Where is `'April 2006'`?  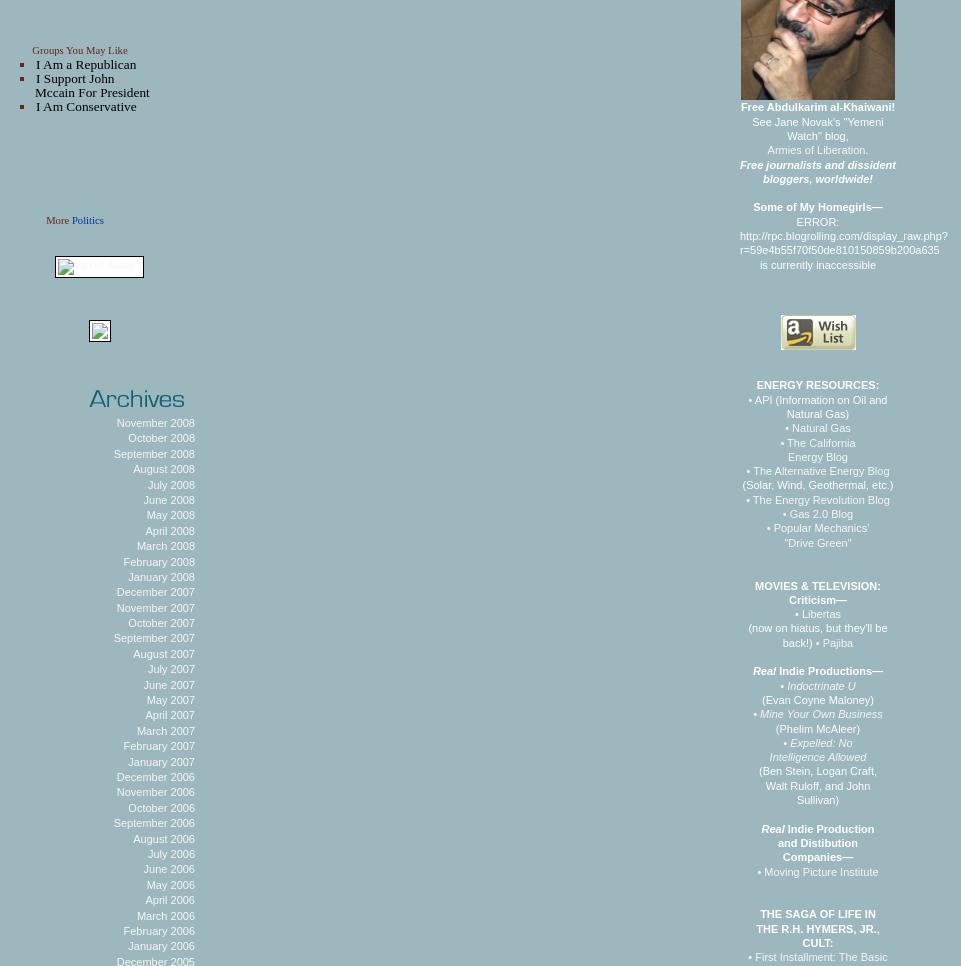
'April 2006' is located at coordinates (144, 899).